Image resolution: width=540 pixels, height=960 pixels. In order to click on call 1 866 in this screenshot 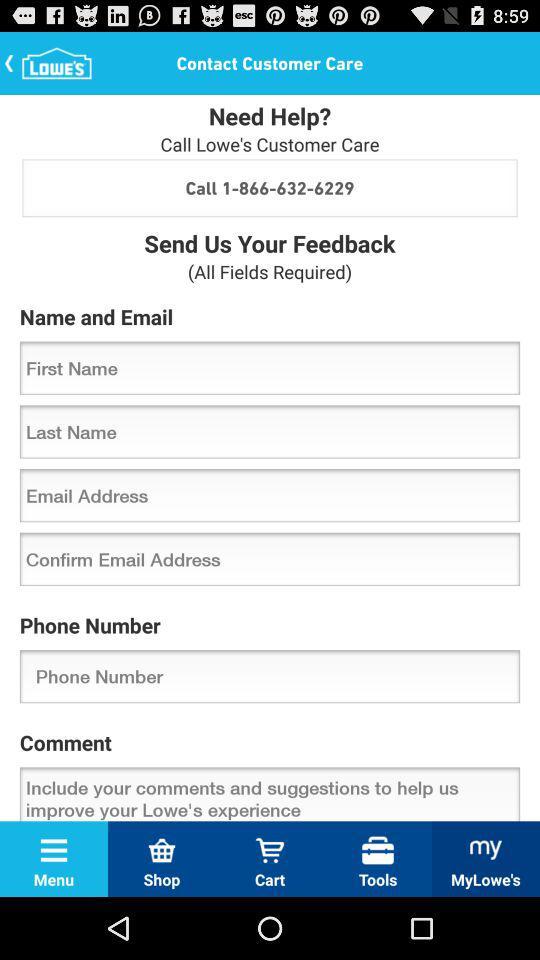, I will do `click(270, 187)`.